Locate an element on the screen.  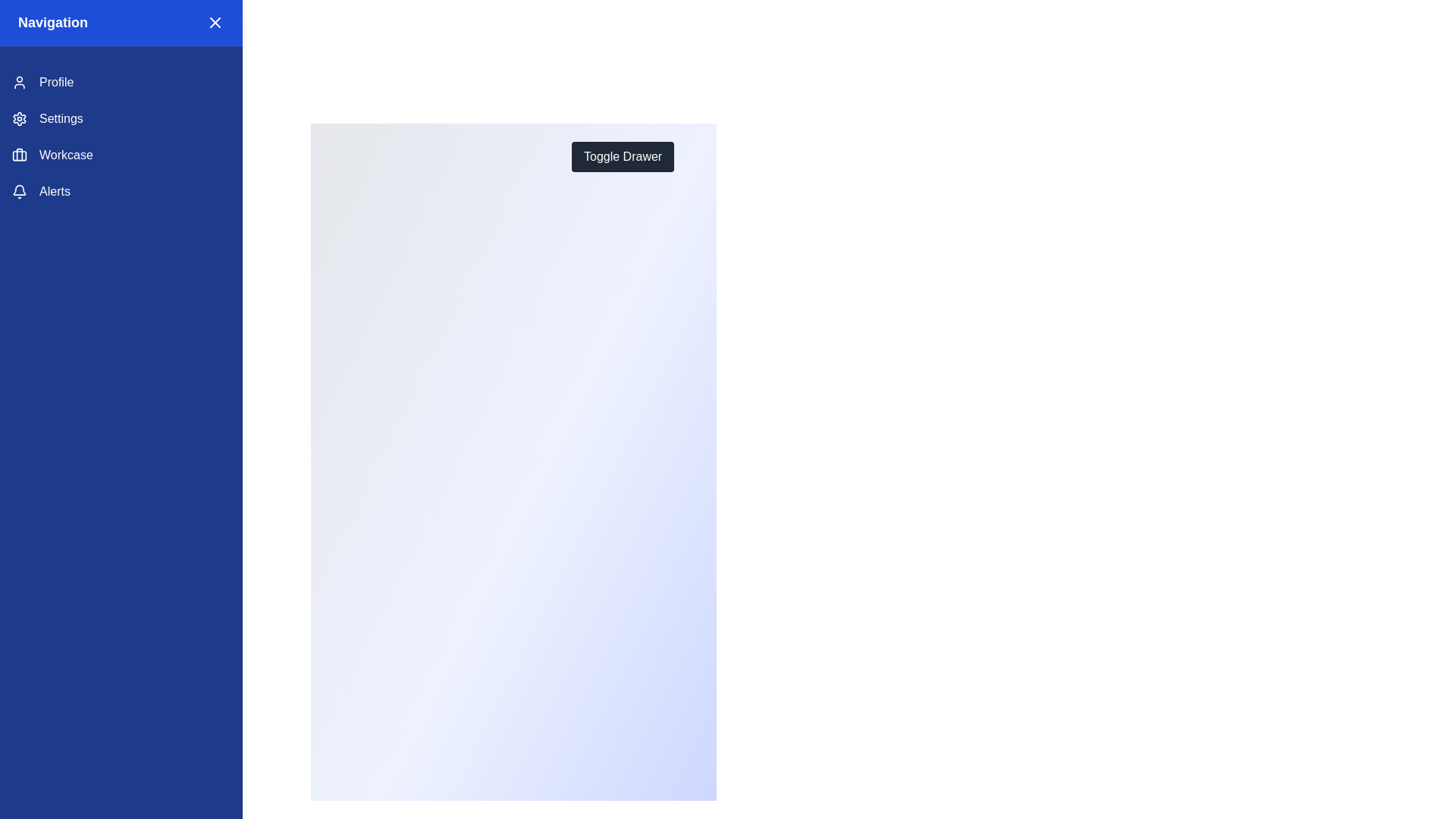
the menu item Settings from the navigation drawer is located at coordinates (120, 118).